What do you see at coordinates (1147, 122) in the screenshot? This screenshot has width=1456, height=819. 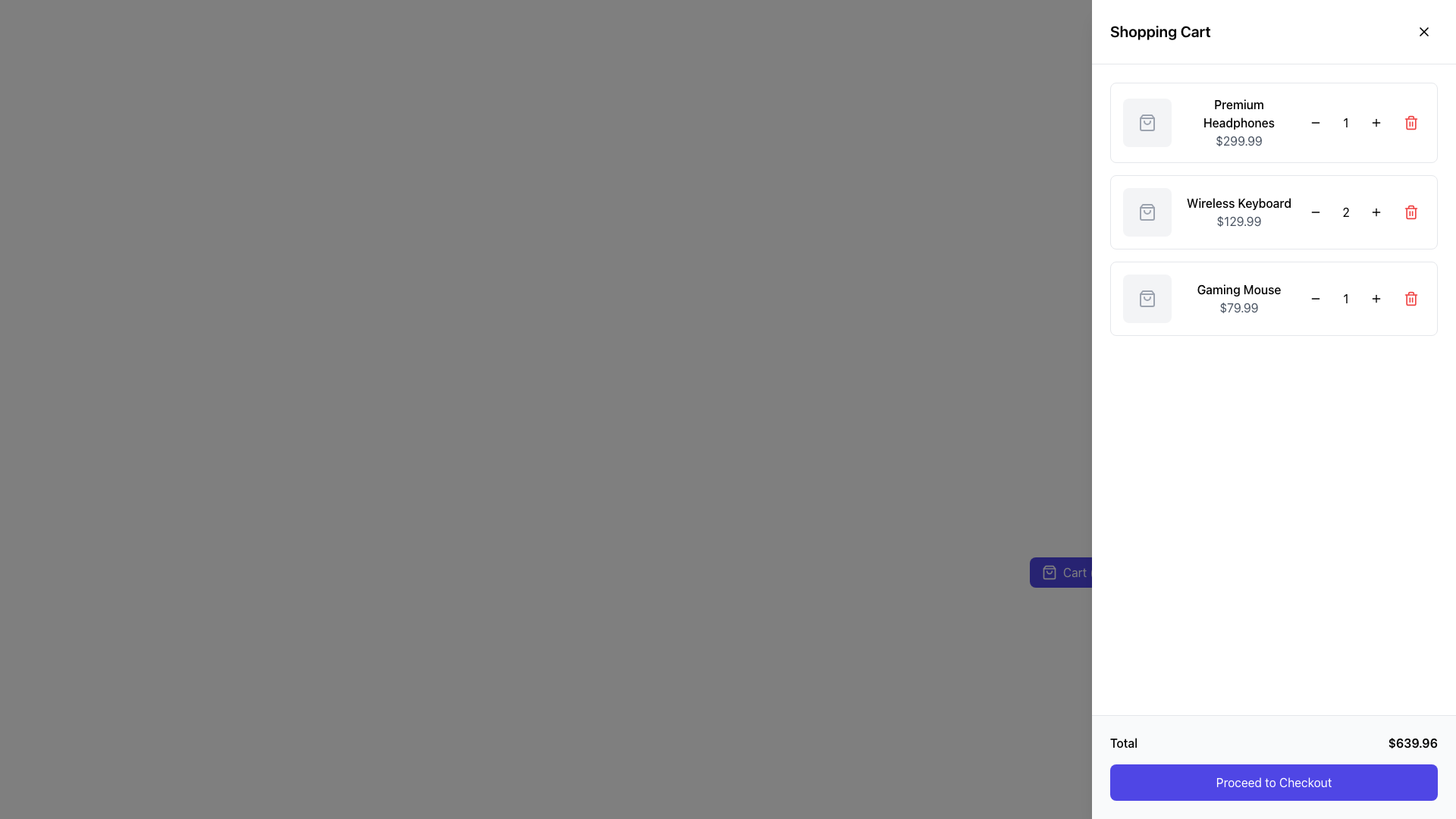 I see `the shopping bag icon representing the first item, 'Premium Headphones', in the shopping cart interface` at bounding box center [1147, 122].